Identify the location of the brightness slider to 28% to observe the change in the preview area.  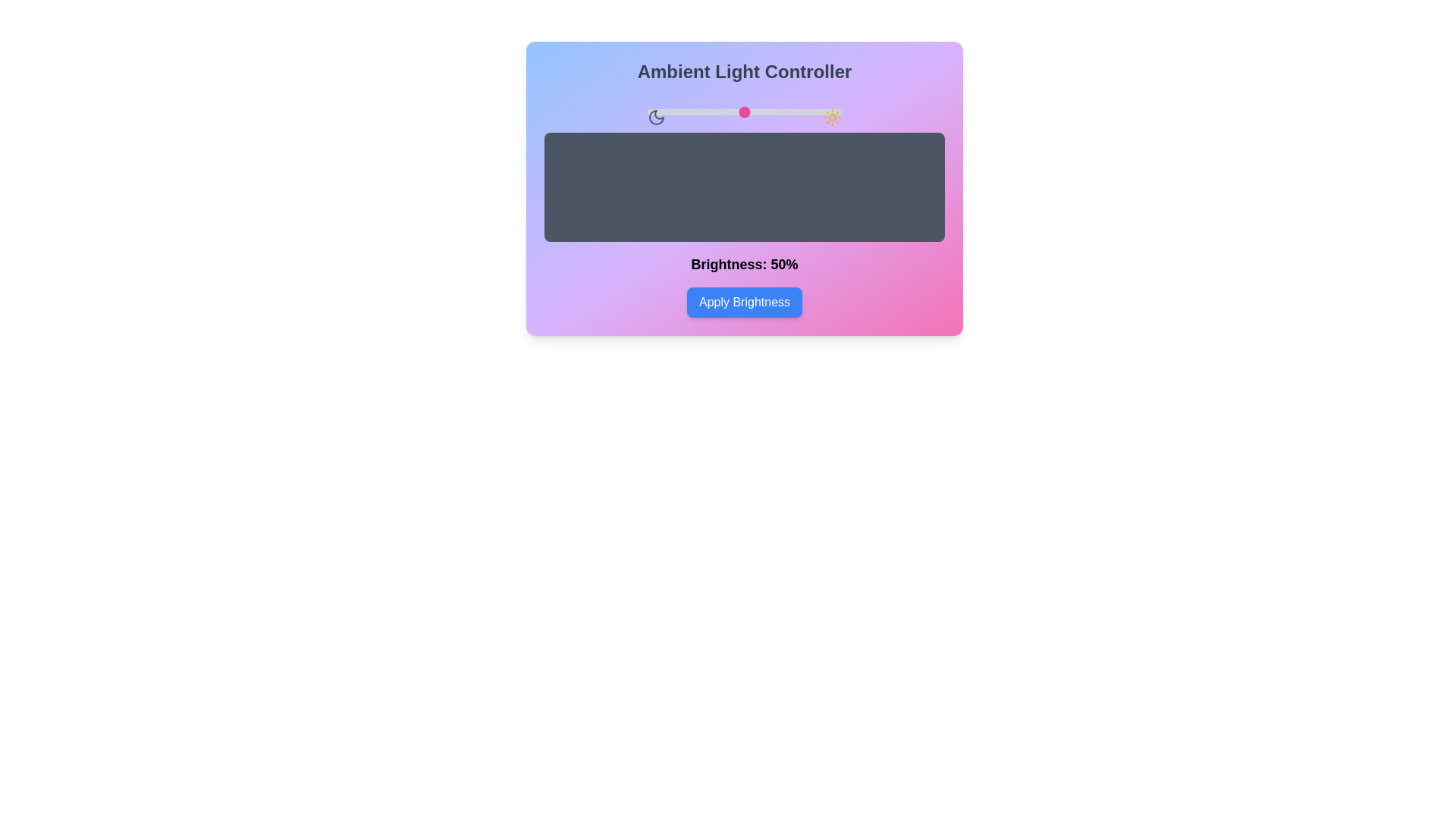
(701, 111).